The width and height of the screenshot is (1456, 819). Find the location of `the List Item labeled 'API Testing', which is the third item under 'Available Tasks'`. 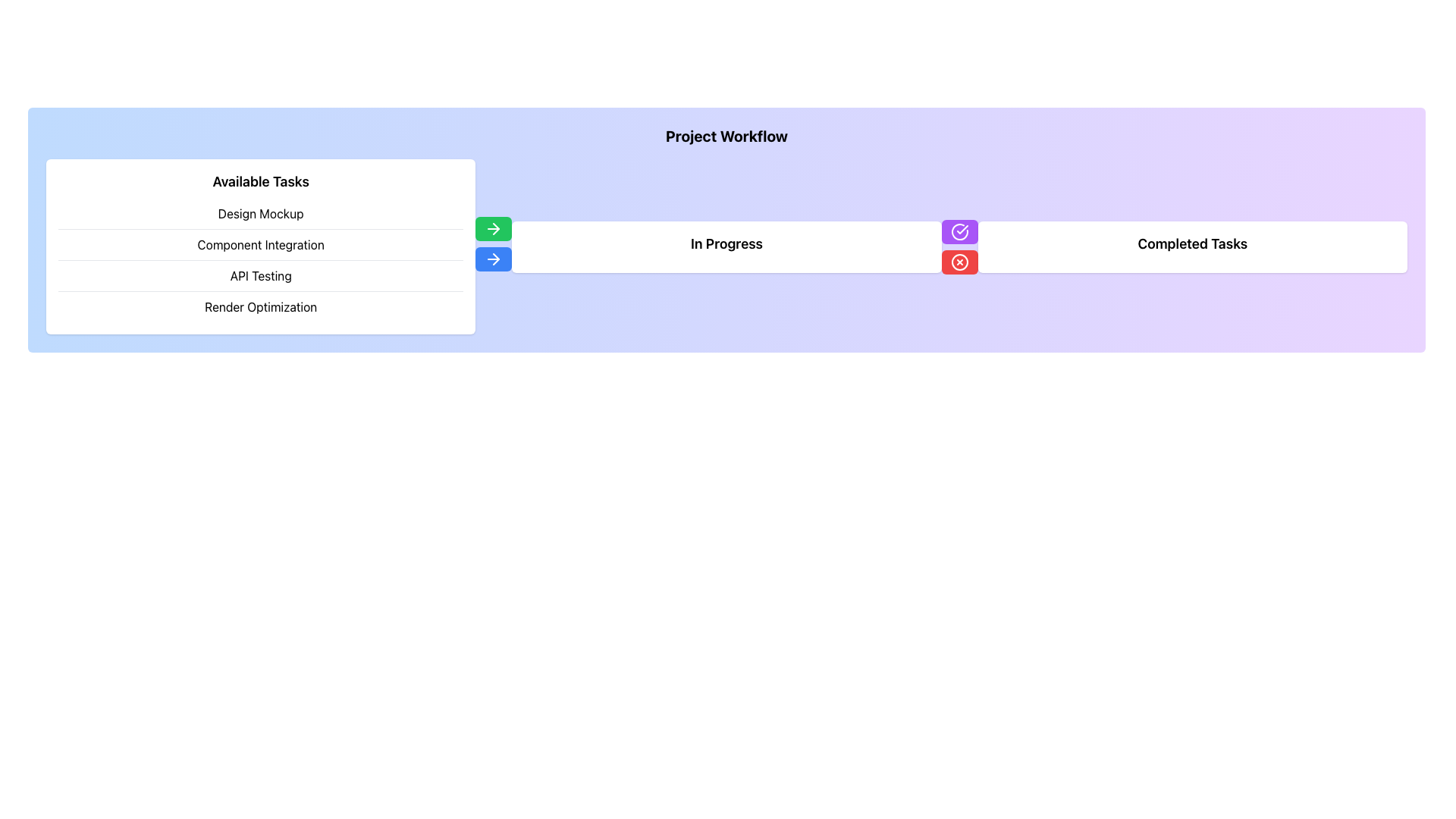

the List Item labeled 'API Testing', which is the third item under 'Available Tasks' is located at coordinates (261, 276).